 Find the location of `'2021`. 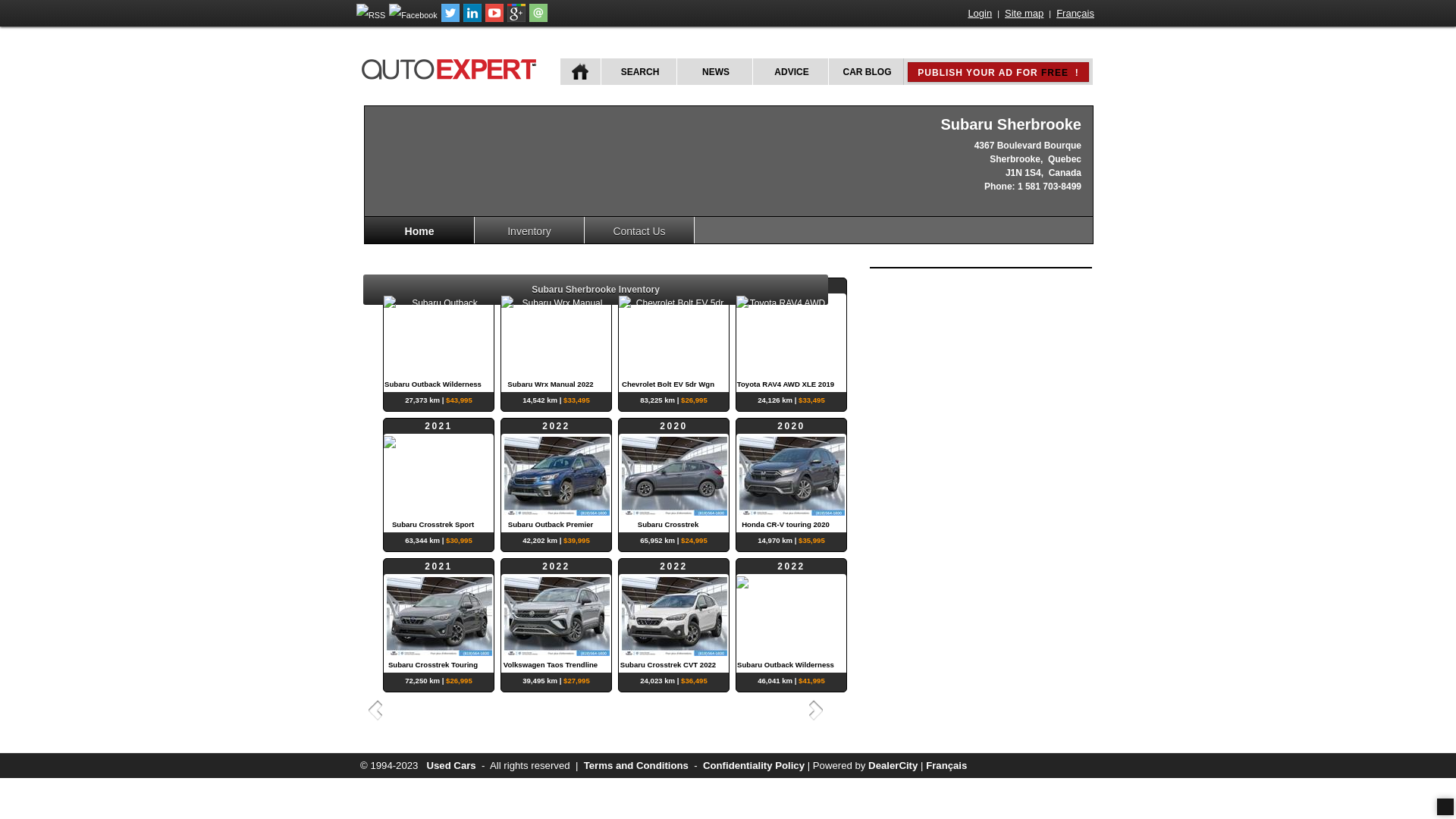

'2021 is located at coordinates (438, 475).